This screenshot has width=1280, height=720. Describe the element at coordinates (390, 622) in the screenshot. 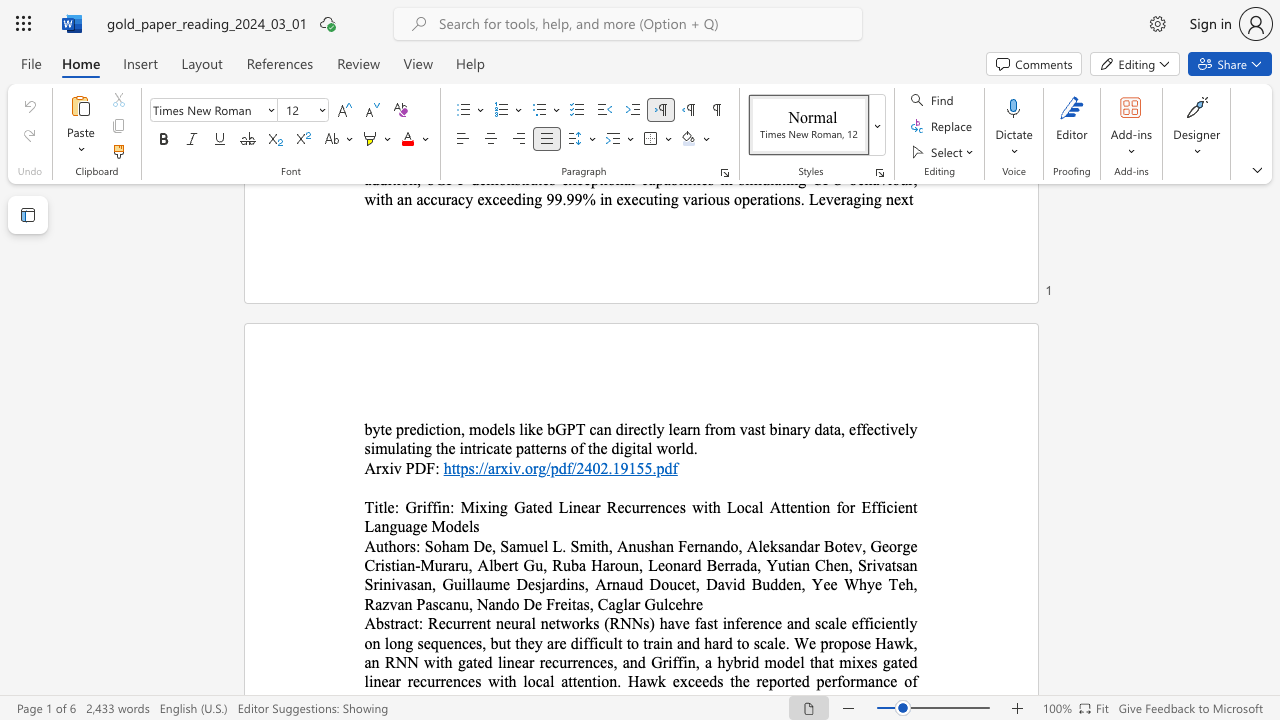

I see `the subset text "tr" within the text "Abstract:"` at that location.